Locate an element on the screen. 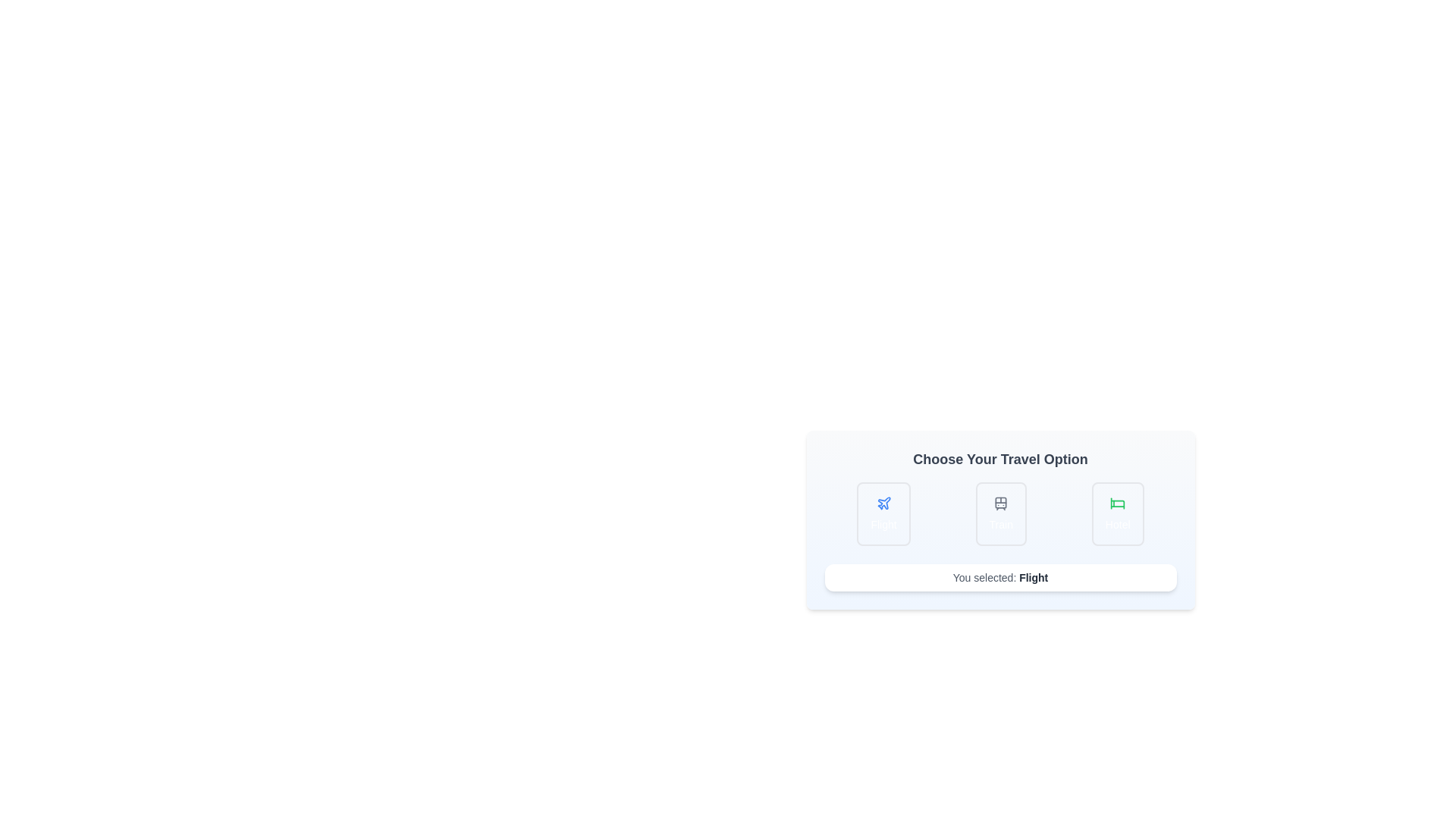 The width and height of the screenshot is (1456, 819). the 'Flight' travel mode button is located at coordinates (883, 513).